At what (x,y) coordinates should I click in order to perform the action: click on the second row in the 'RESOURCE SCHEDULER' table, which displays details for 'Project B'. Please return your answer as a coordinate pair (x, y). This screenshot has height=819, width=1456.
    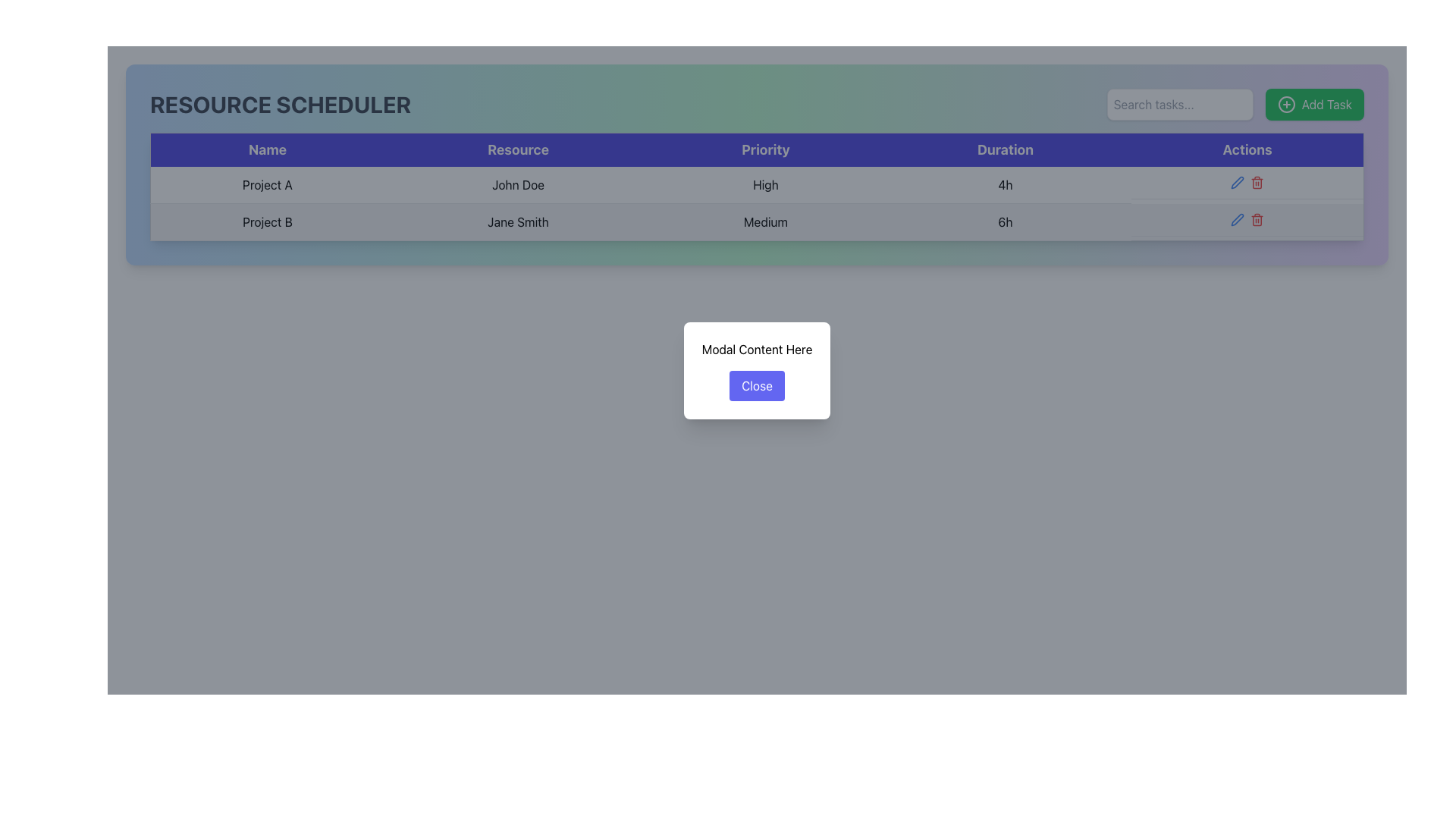
    Looking at the image, I should click on (757, 222).